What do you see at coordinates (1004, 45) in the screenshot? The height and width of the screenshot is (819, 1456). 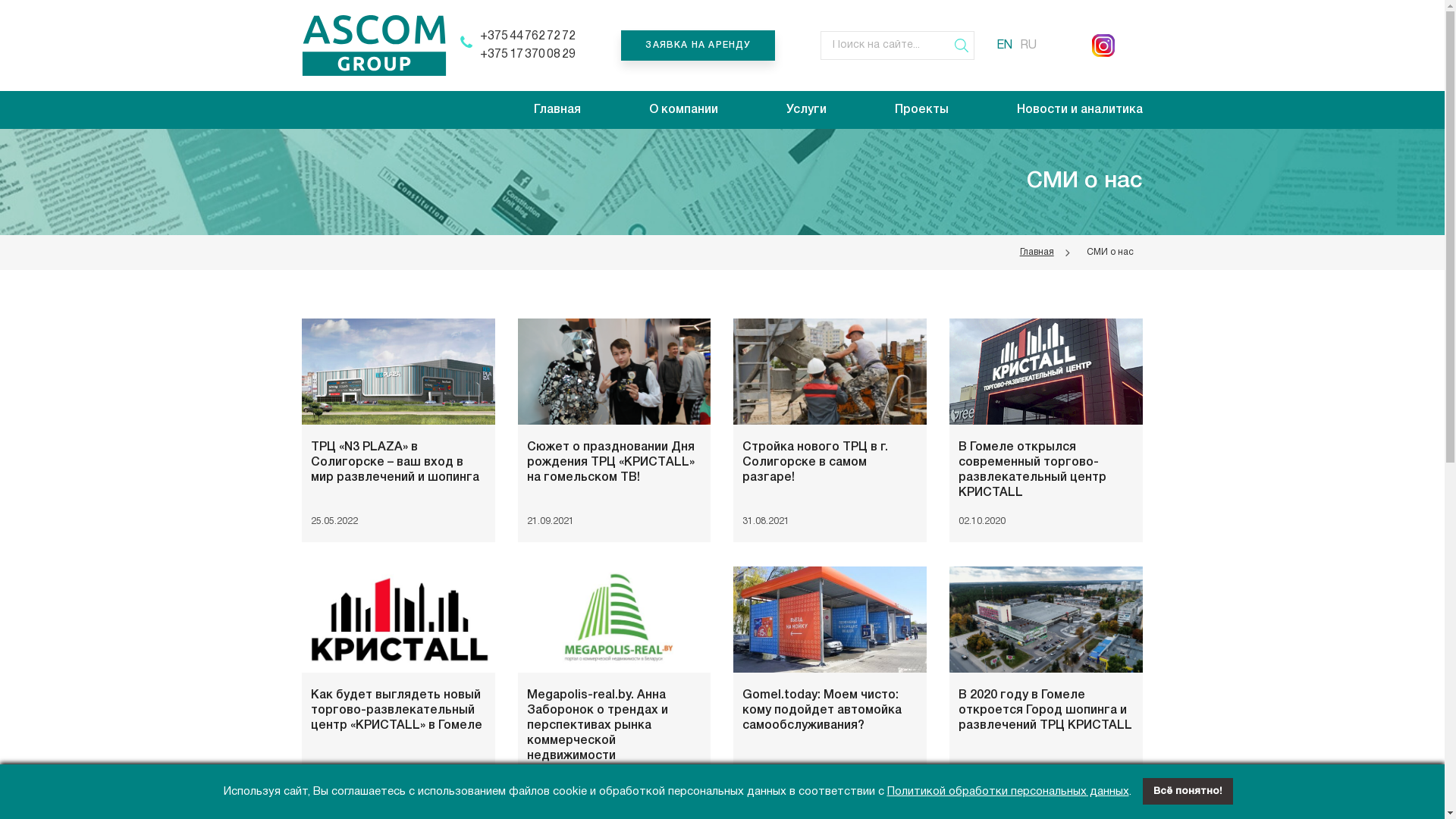 I see `'EN'` at bounding box center [1004, 45].